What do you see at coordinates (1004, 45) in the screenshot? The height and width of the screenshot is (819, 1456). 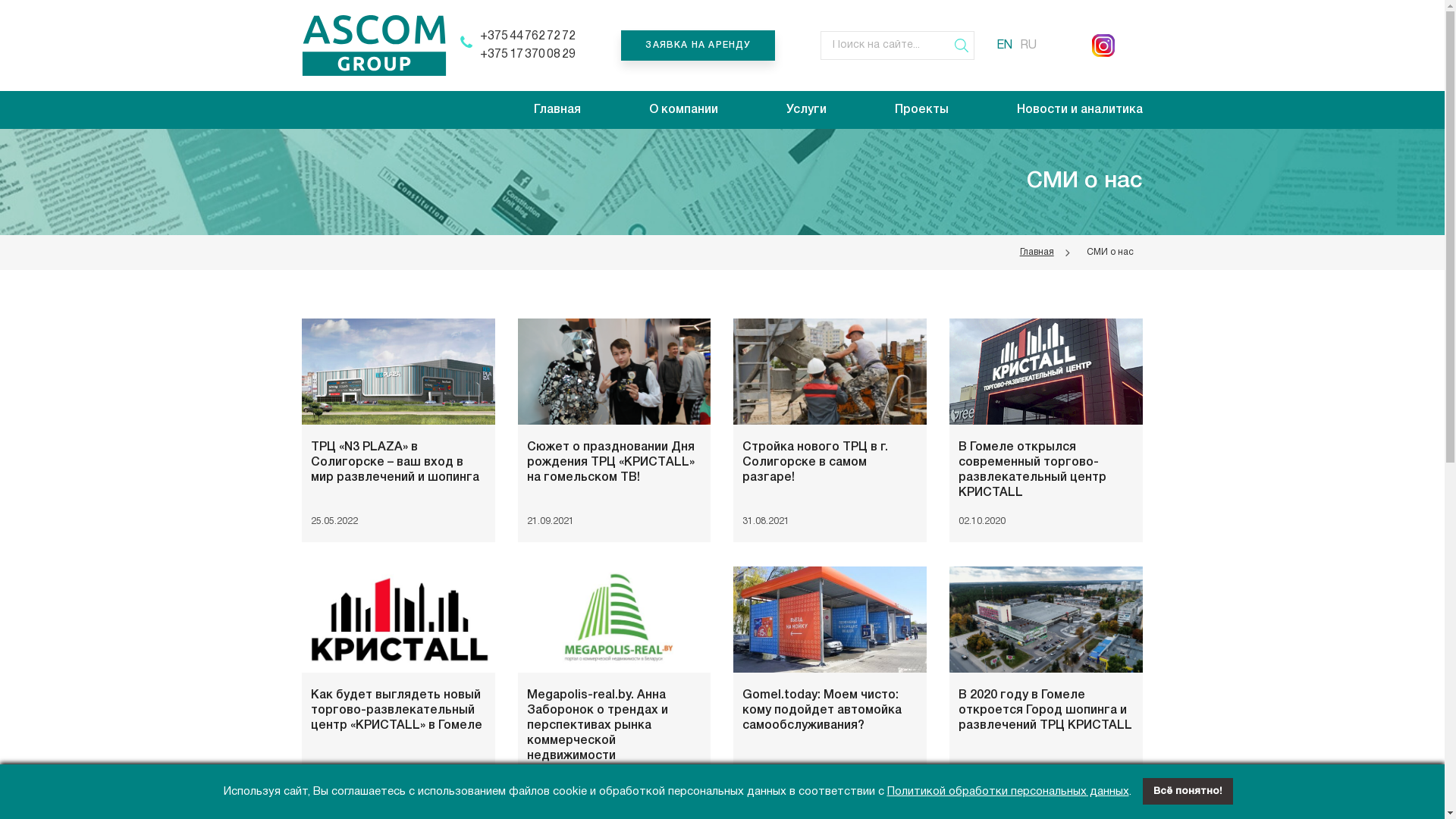 I see `'EN'` at bounding box center [1004, 45].